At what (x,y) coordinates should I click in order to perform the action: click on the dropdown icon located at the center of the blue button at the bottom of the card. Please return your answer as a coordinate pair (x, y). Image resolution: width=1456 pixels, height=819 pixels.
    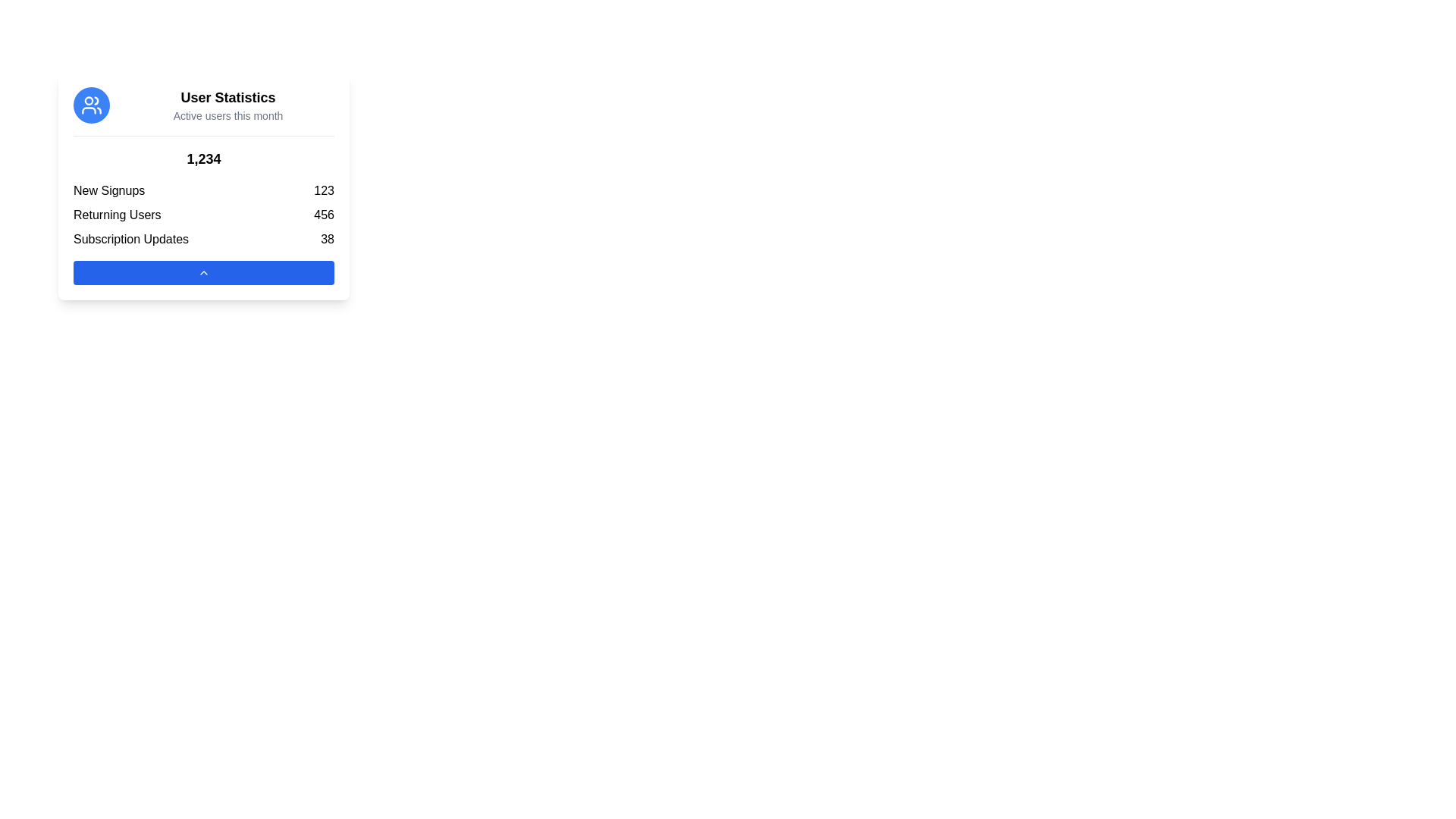
    Looking at the image, I should click on (202, 271).